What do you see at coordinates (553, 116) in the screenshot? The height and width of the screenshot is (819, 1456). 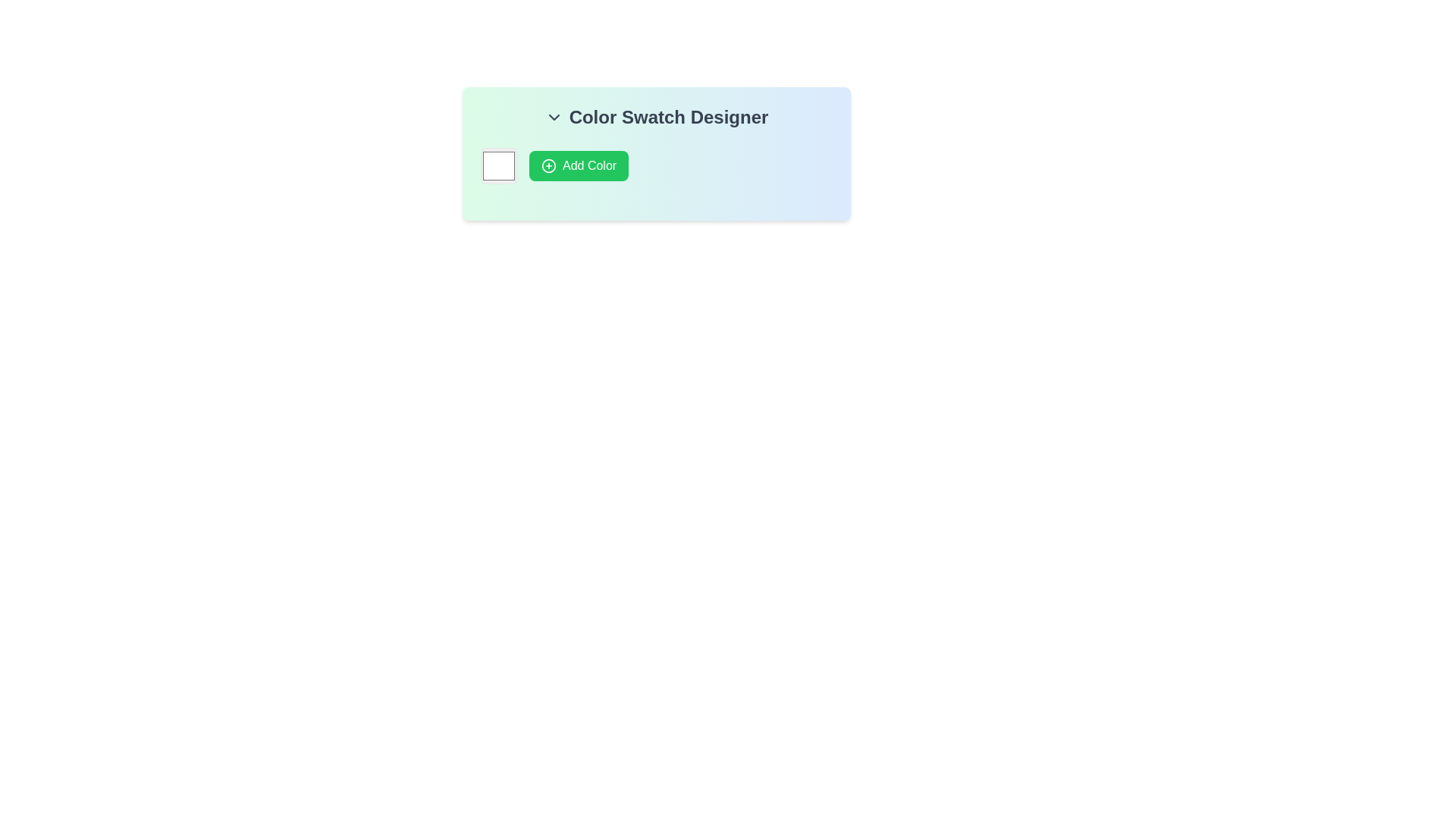 I see `the downward-pointing chevron icon located directly to the left of the text 'Color Swatch Designer'` at bounding box center [553, 116].